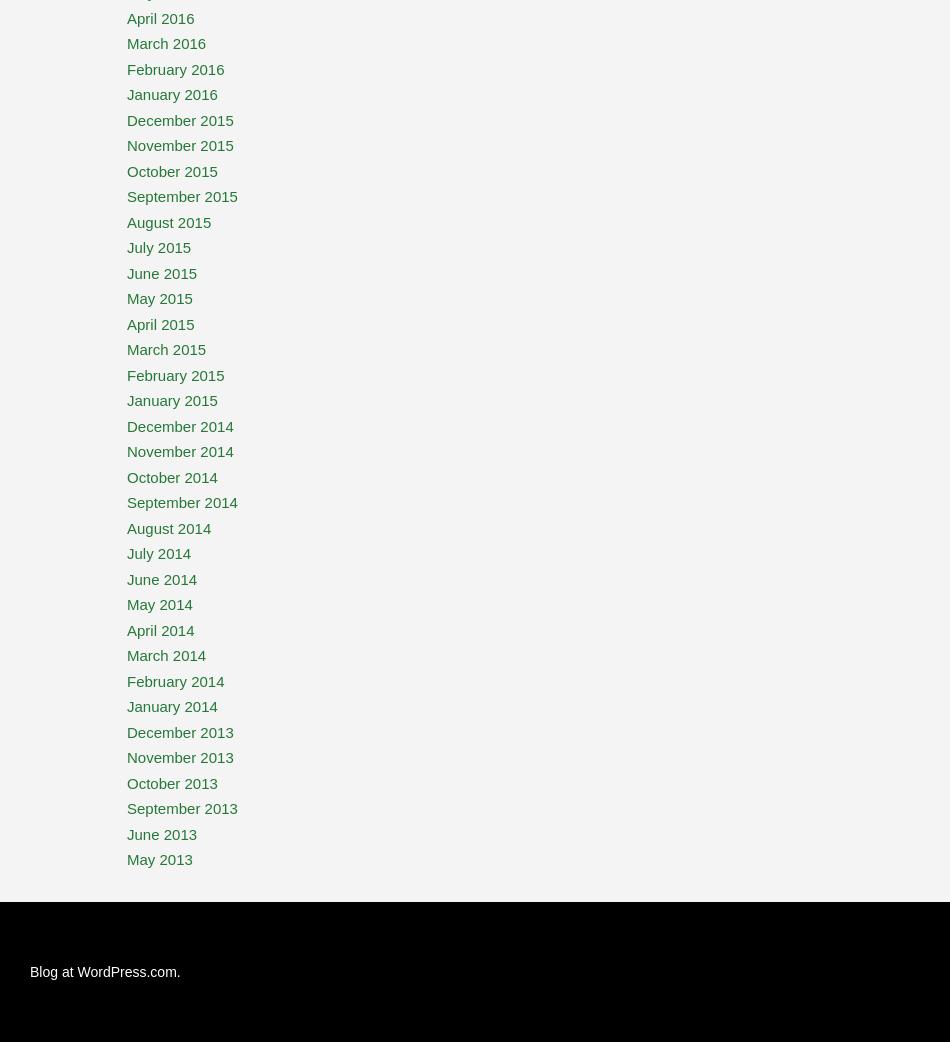 The image size is (950, 1042). Describe the element at coordinates (166, 655) in the screenshot. I see `'March 2014'` at that location.